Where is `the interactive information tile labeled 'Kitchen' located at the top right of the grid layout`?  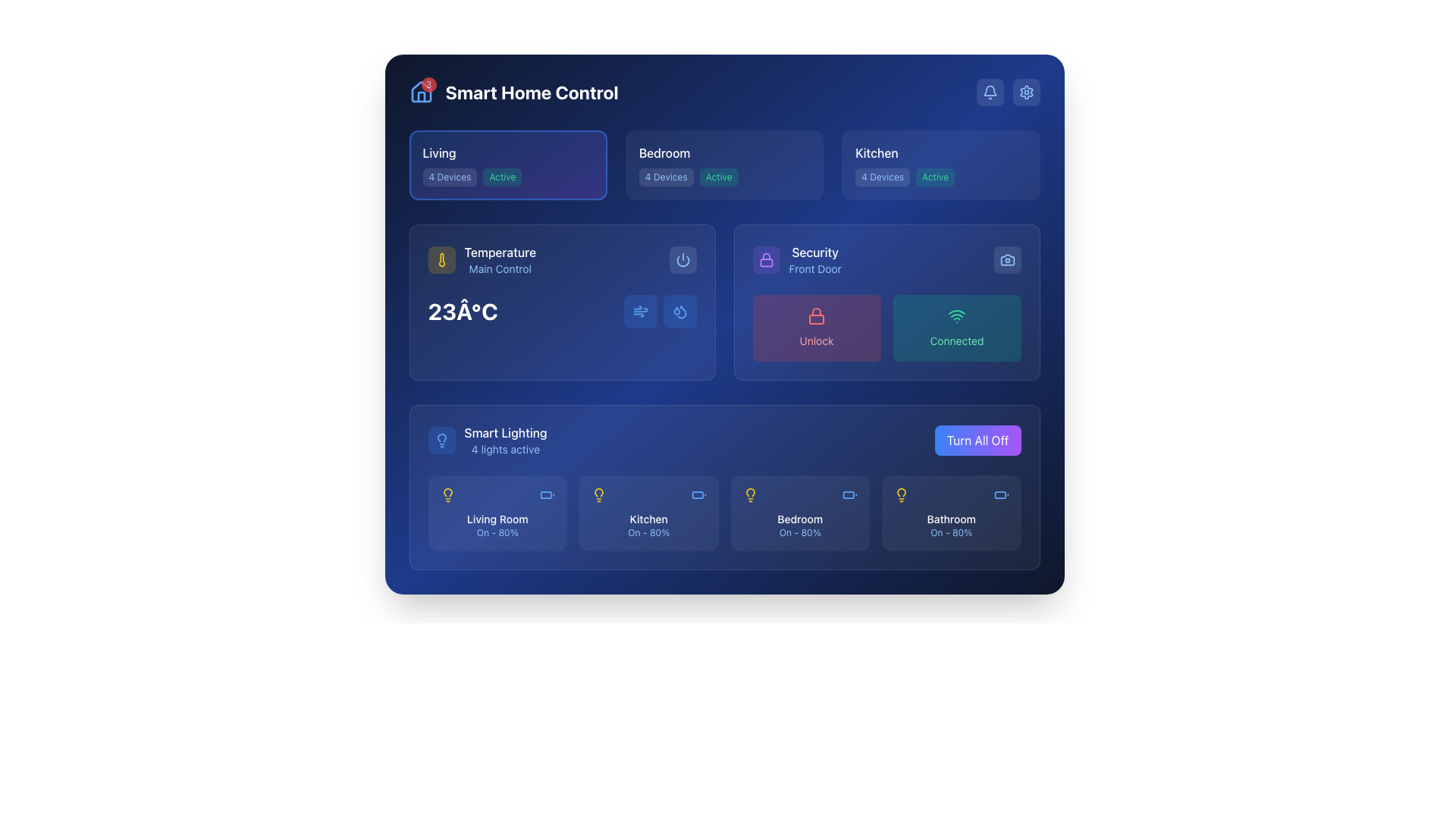
the interactive information tile labeled 'Kitchen' located at the top right of the grid layout is located at coordinates (940, 165).